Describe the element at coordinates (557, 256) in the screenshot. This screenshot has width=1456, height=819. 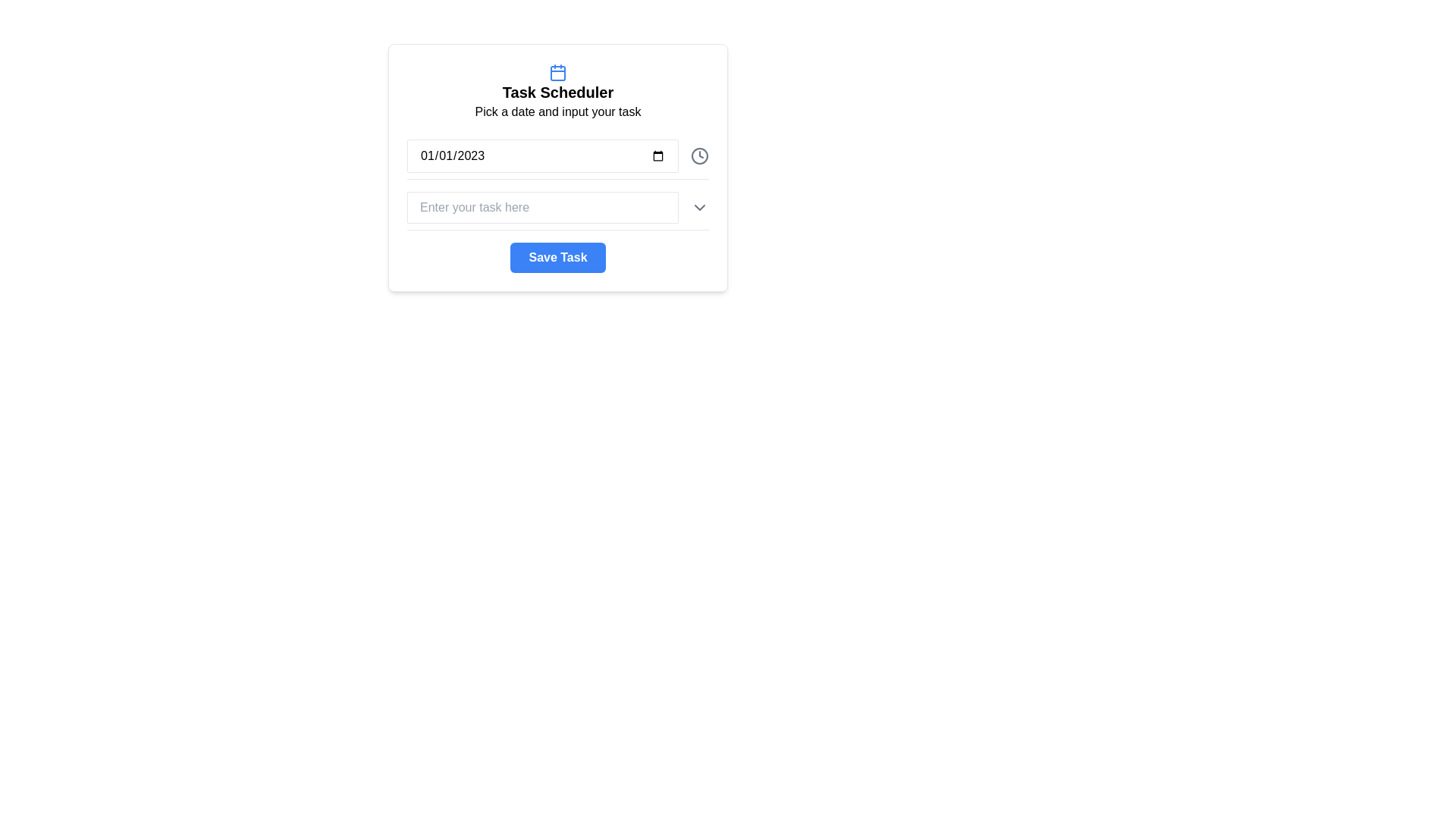
I see `the blue 'Save Task' button located at the bottom of the 'Task Scheduler' card` at that location.